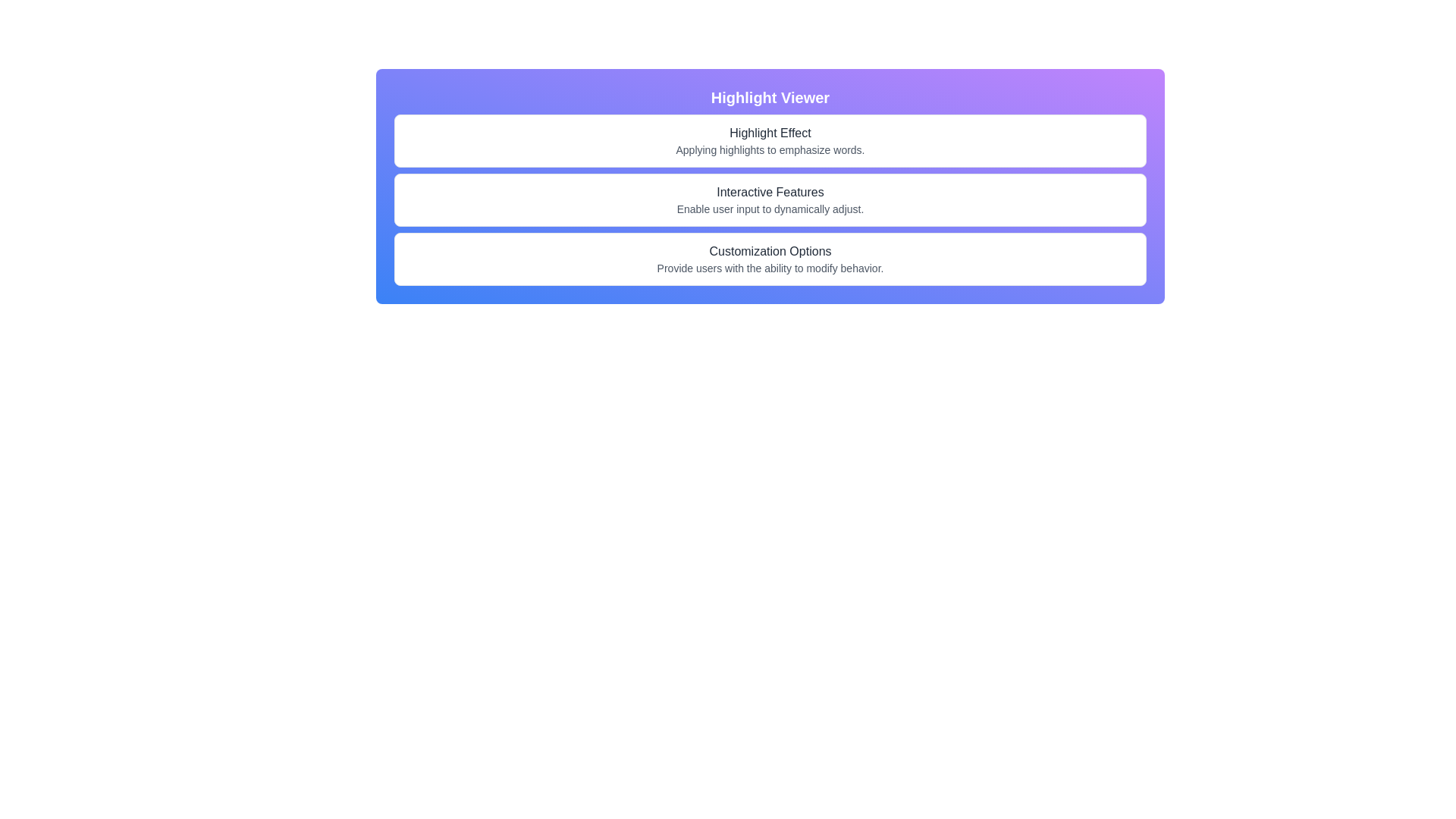 Image resolution: width=1456 pixels, height=819 pixels. Describe the element at coordinates (737, 250) in the screenshot. I see `the character 'o' in the word 'Customization', which is part of the text 'Customization Options' located in the bottom section of the interface titled 'Highlight Viewer'` at that location.